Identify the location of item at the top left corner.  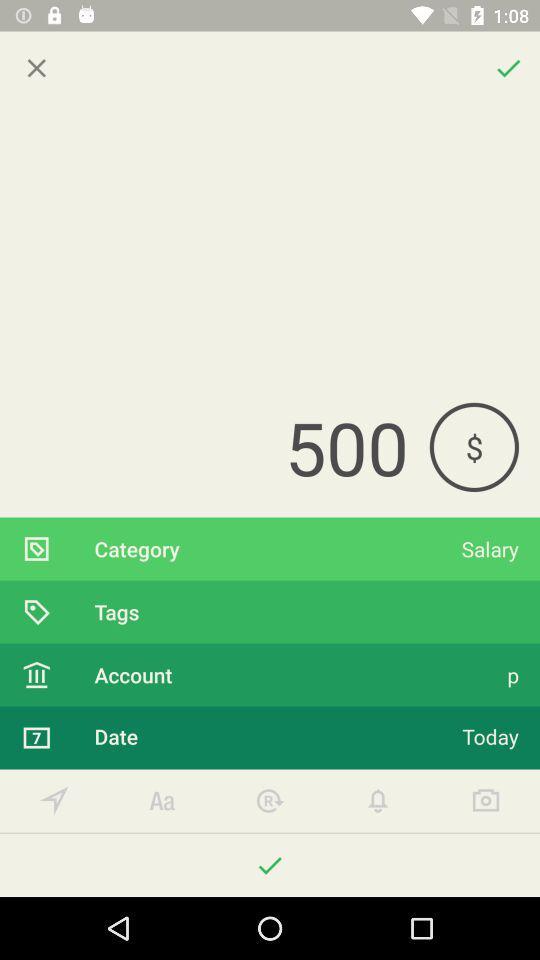
(36, 68).